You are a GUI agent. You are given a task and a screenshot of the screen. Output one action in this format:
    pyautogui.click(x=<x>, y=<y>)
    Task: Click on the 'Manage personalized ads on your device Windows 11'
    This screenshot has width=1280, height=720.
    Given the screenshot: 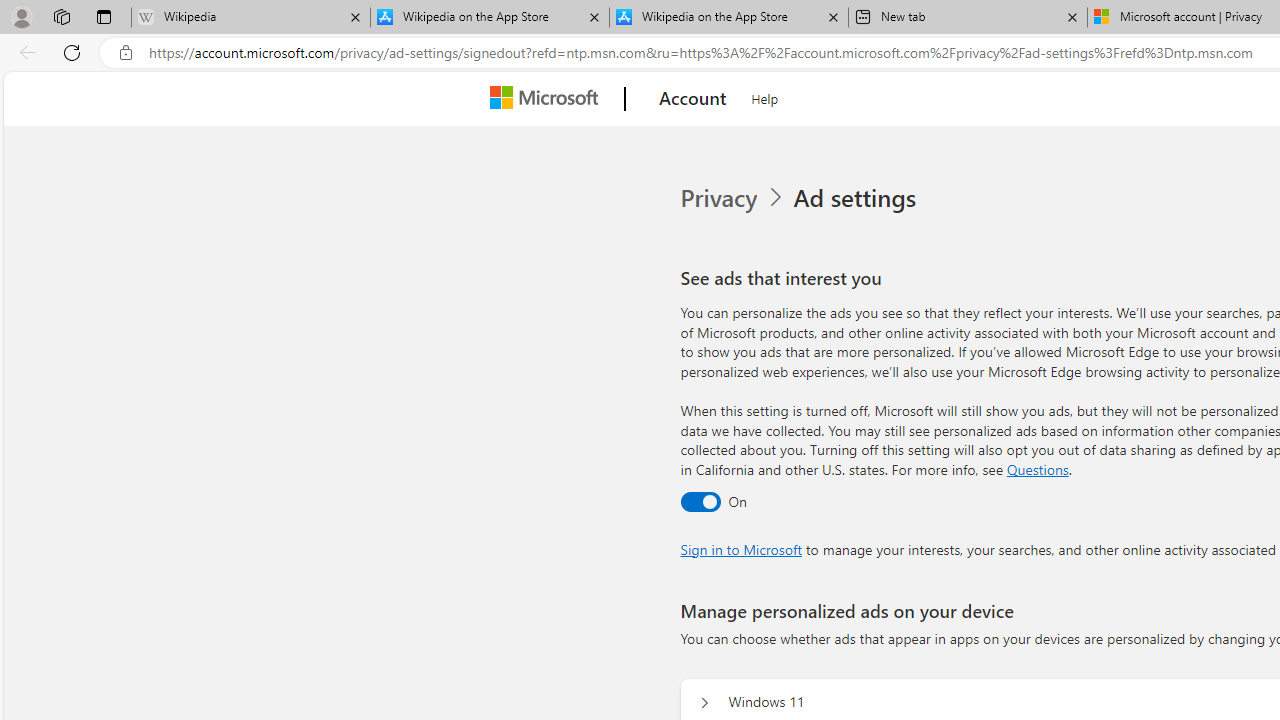 What is the action you would take?
    pyautogui.click(x=704, y=702)
    